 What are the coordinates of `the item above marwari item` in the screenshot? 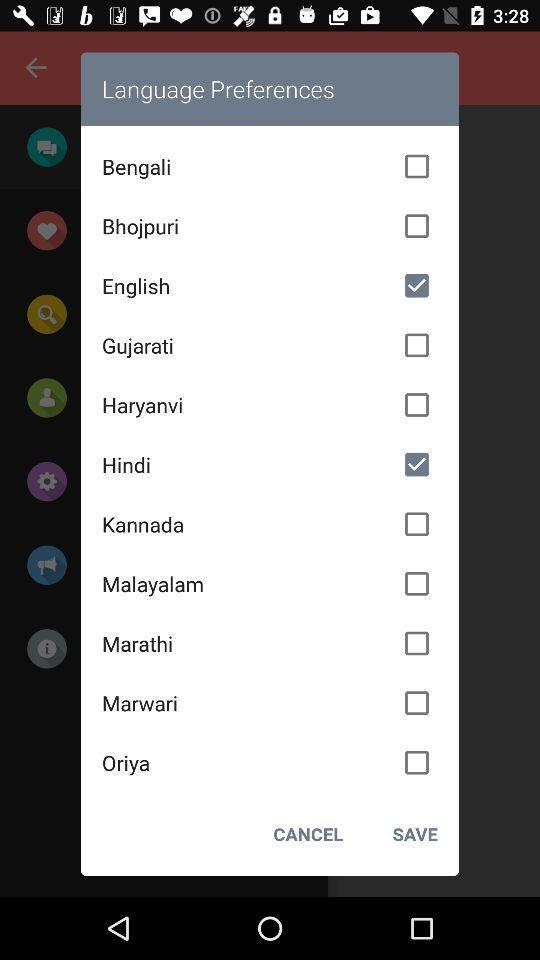 It's located at (270, 642).